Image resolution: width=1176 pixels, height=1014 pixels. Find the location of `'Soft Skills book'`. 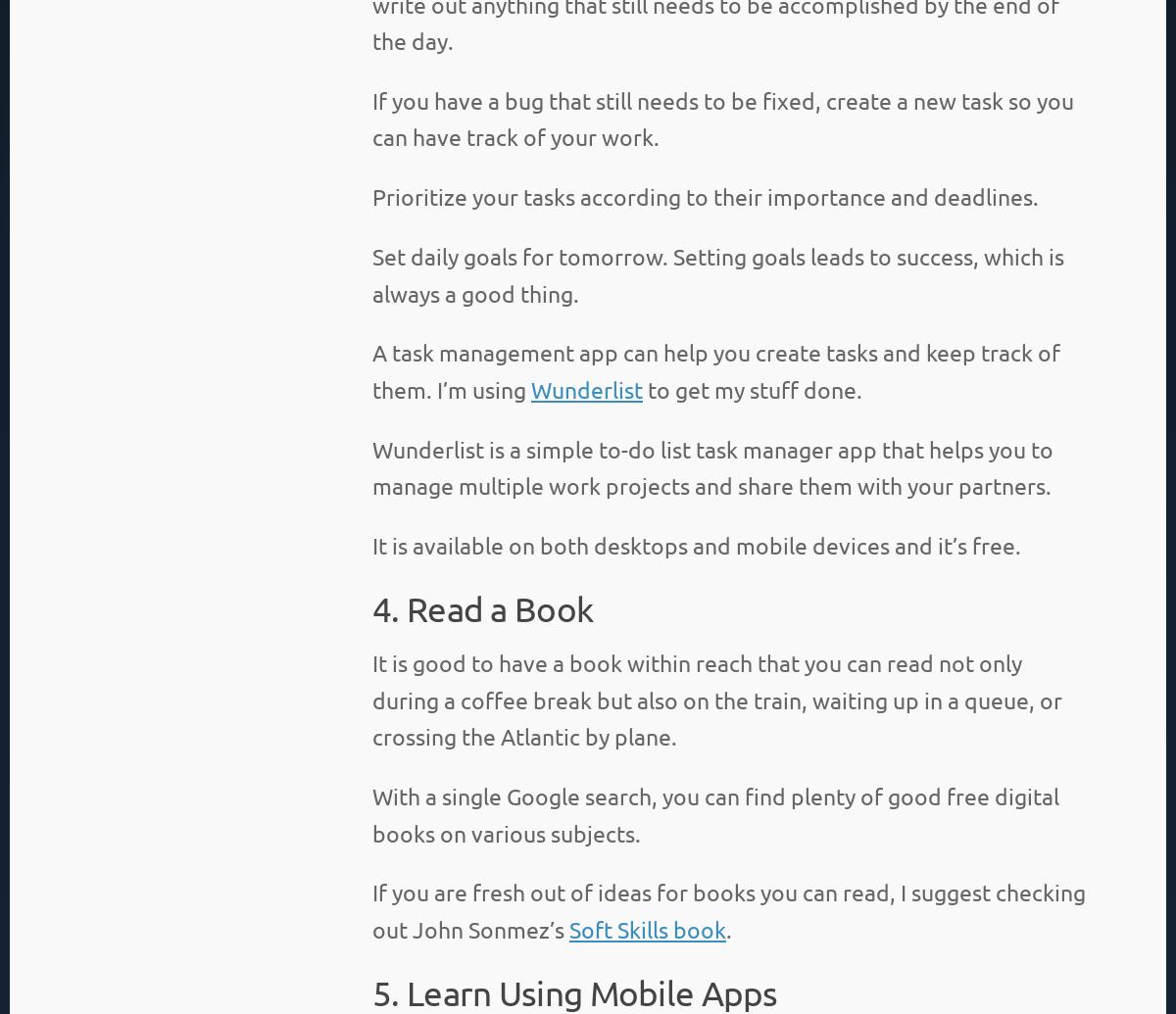

'Soft Skills book' is located at coordinates (568, 927).